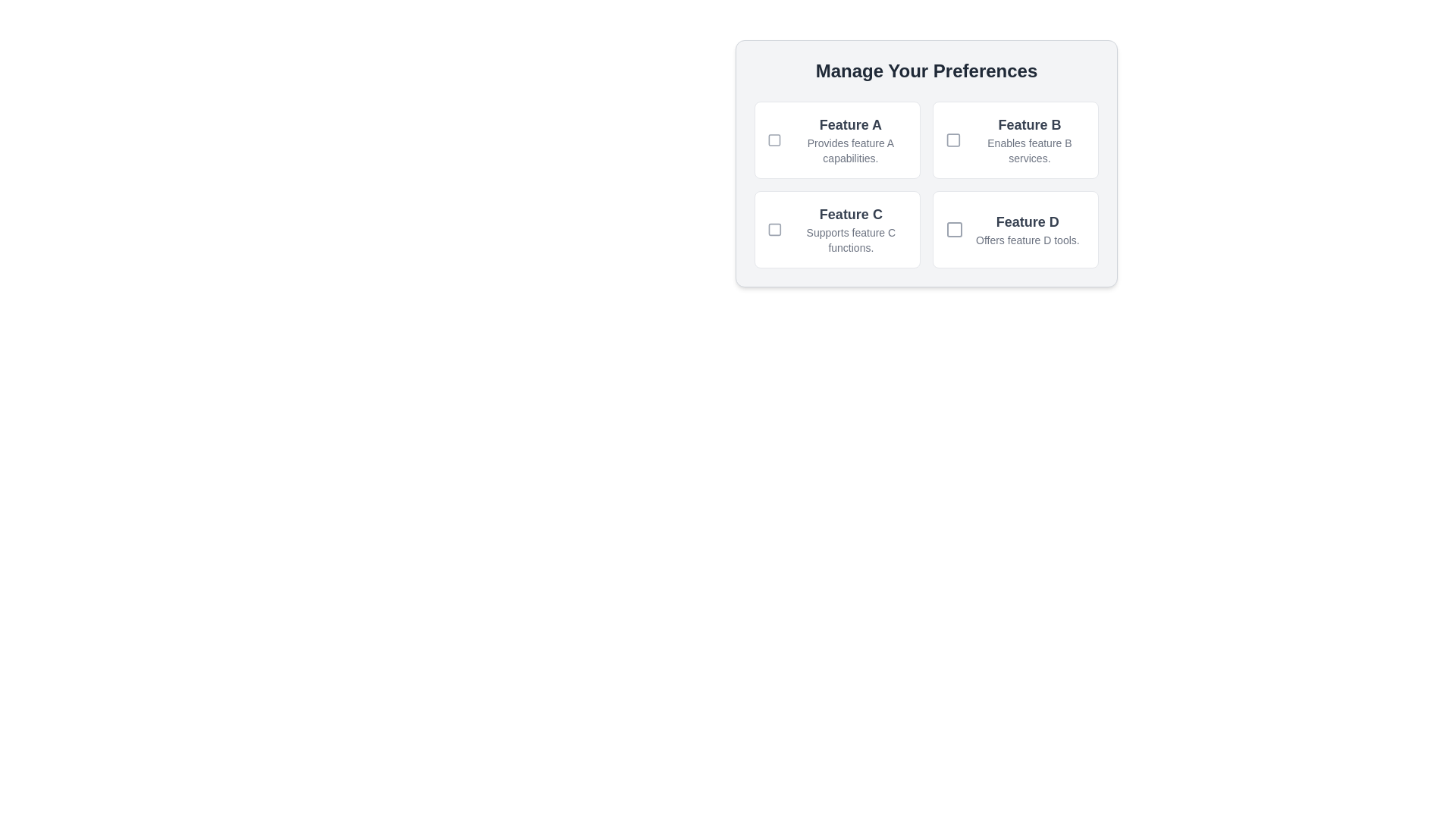 The image size is (1456, 819). What do you see at coordinates (1028, 230) in the screenshot?
I see `the element displaying 'Feature D' and its description 'Offers feature D tools.' which is styled with distinct typography and located in the bottom-right quadrant of the grid layout` at bounding box center [1028, 230].